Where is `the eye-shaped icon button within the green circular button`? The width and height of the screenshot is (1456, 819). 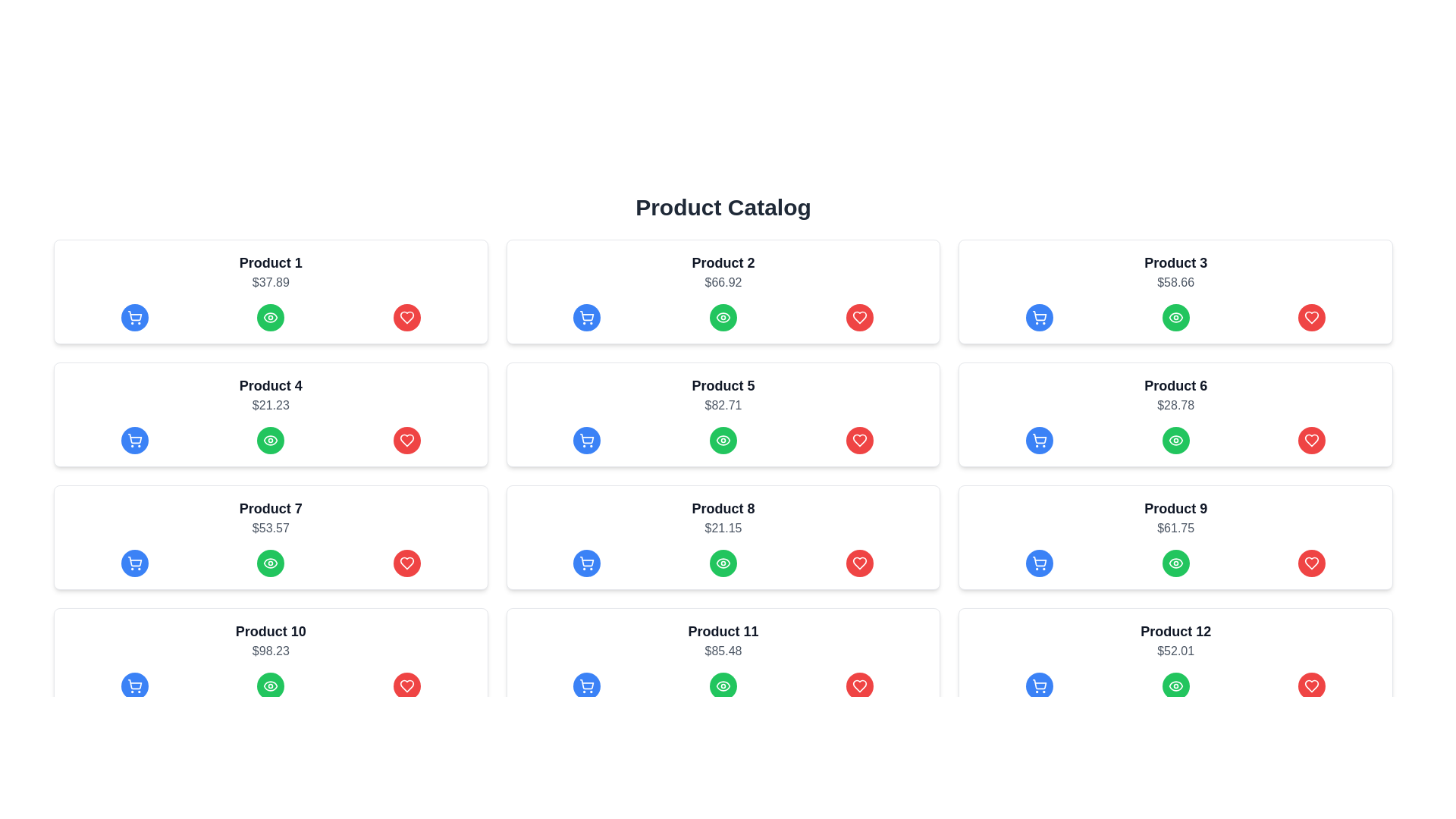
the eye-shaped icon button within the green circular button is located at coordinates (1175, 441).